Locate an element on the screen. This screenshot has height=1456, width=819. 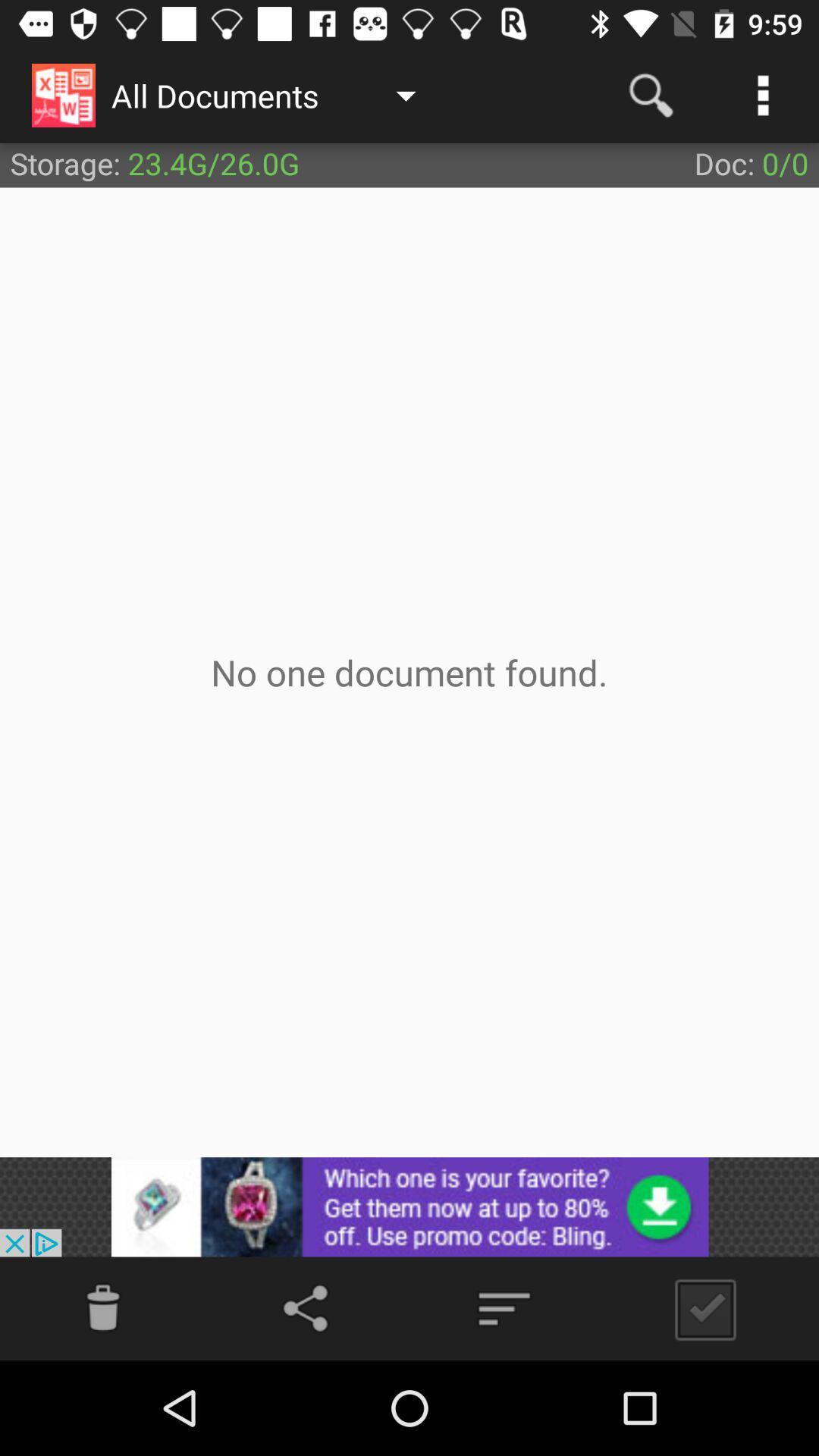
send to trash is located at coordinates (102, 1307).